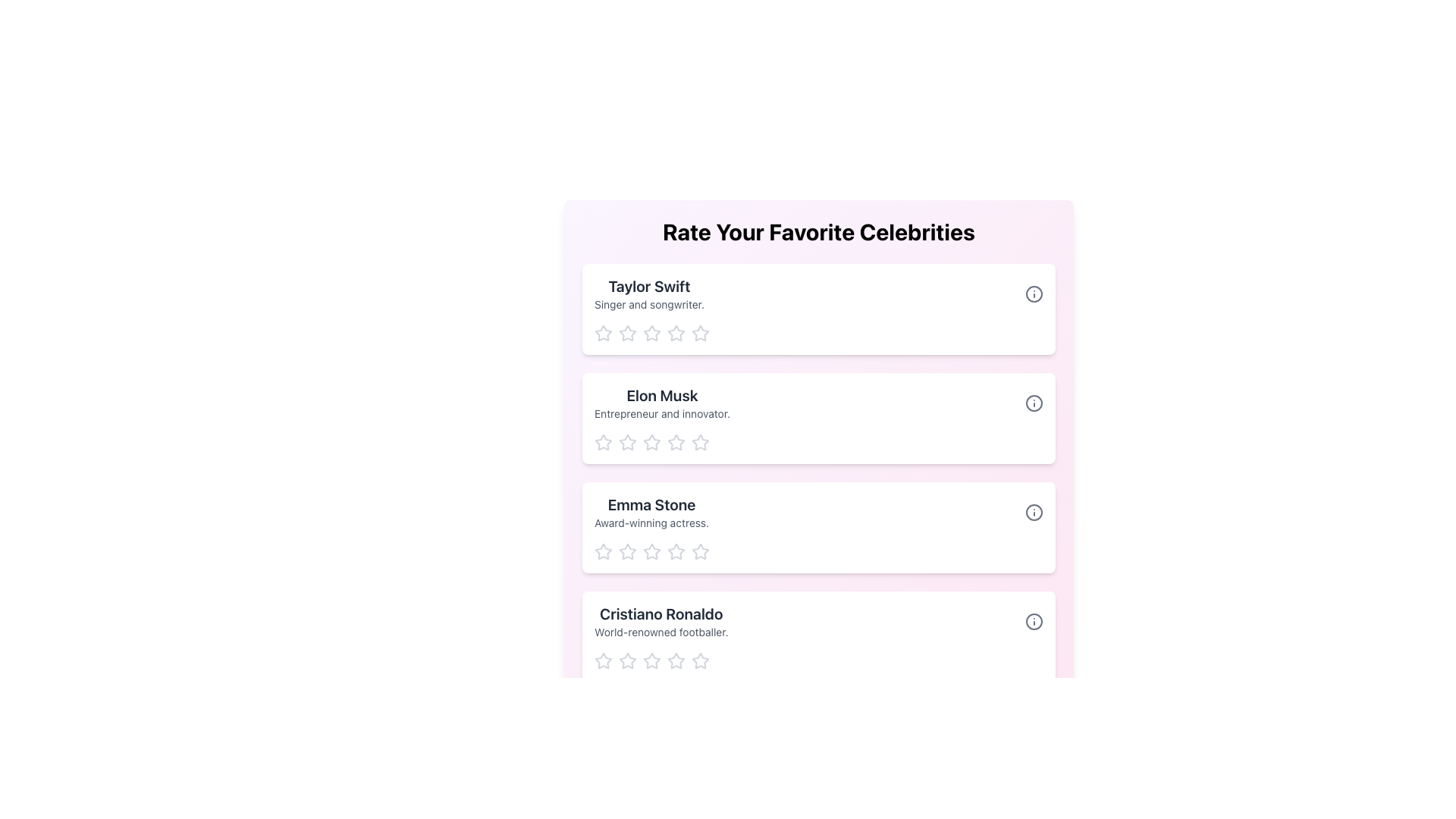 The image size is (1456, 819). I want to click on the static text label that reads 'Entrepreneur and innovator.' which is styled in gray and positioned below 'Elon Musk', so click(662, 414).